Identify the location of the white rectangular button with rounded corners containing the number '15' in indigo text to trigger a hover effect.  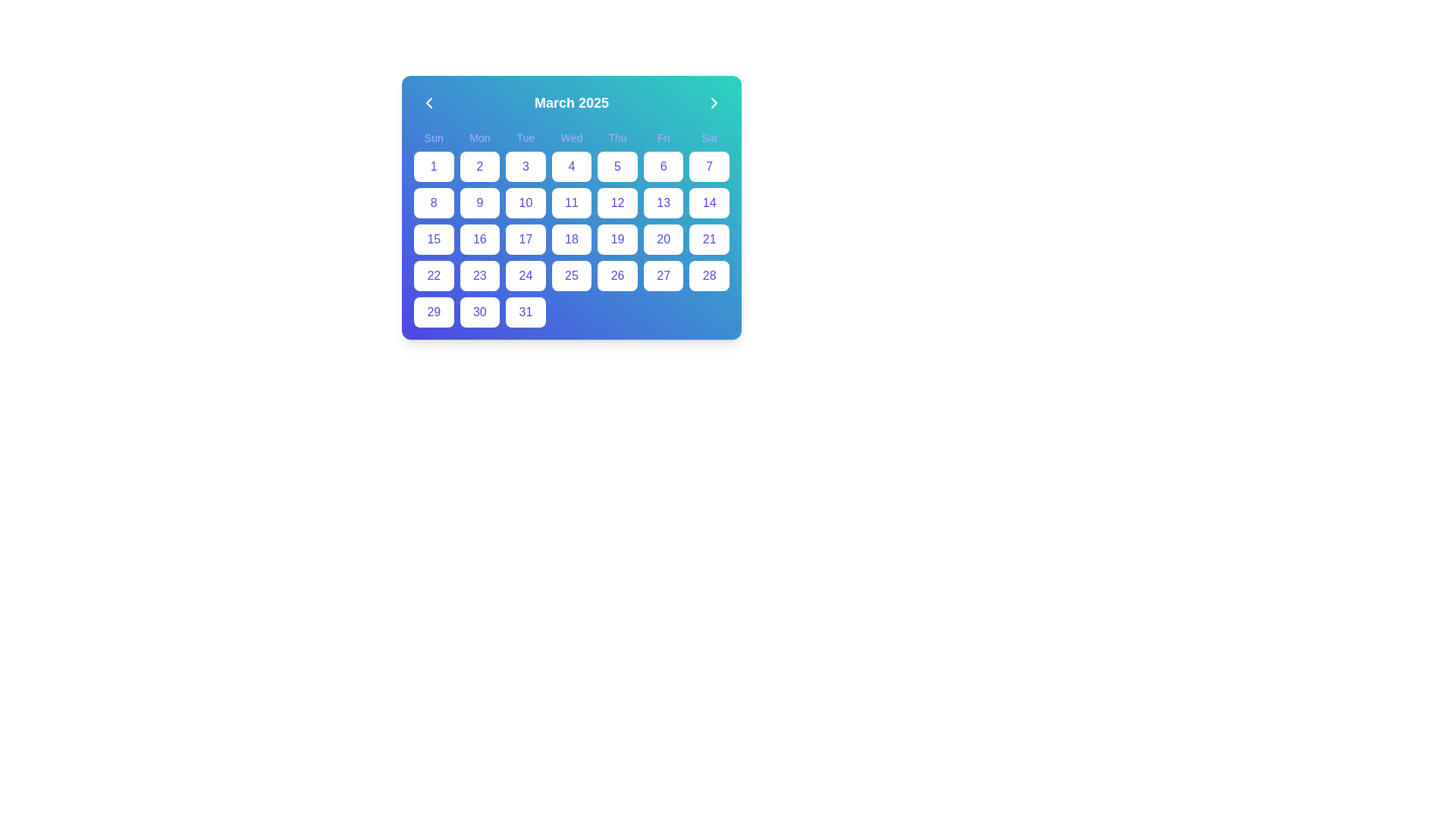
(433, 239).